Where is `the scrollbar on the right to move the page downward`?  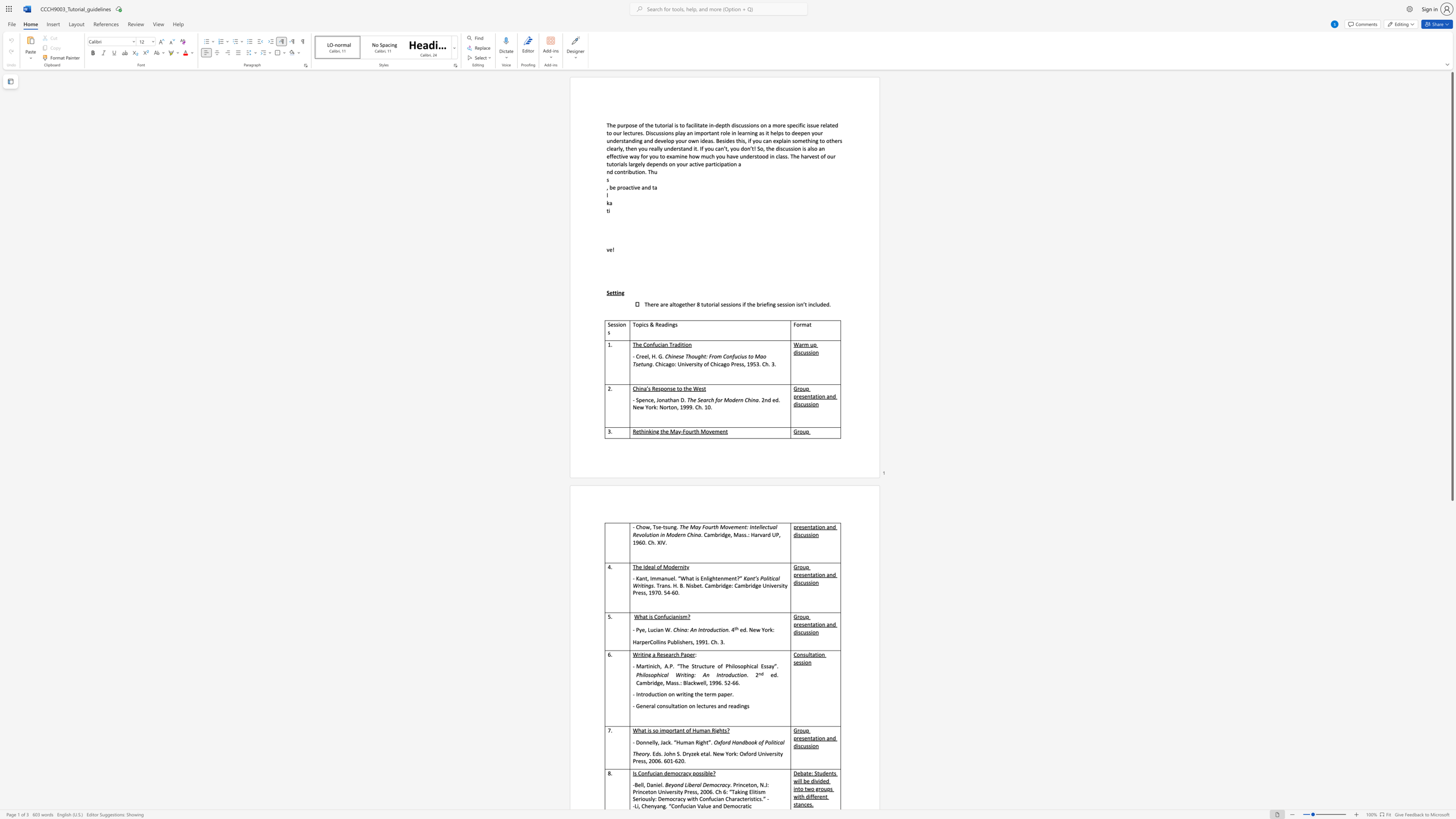
the scrollbar on the right to move the page downward is located at coordinates (1451, 693).